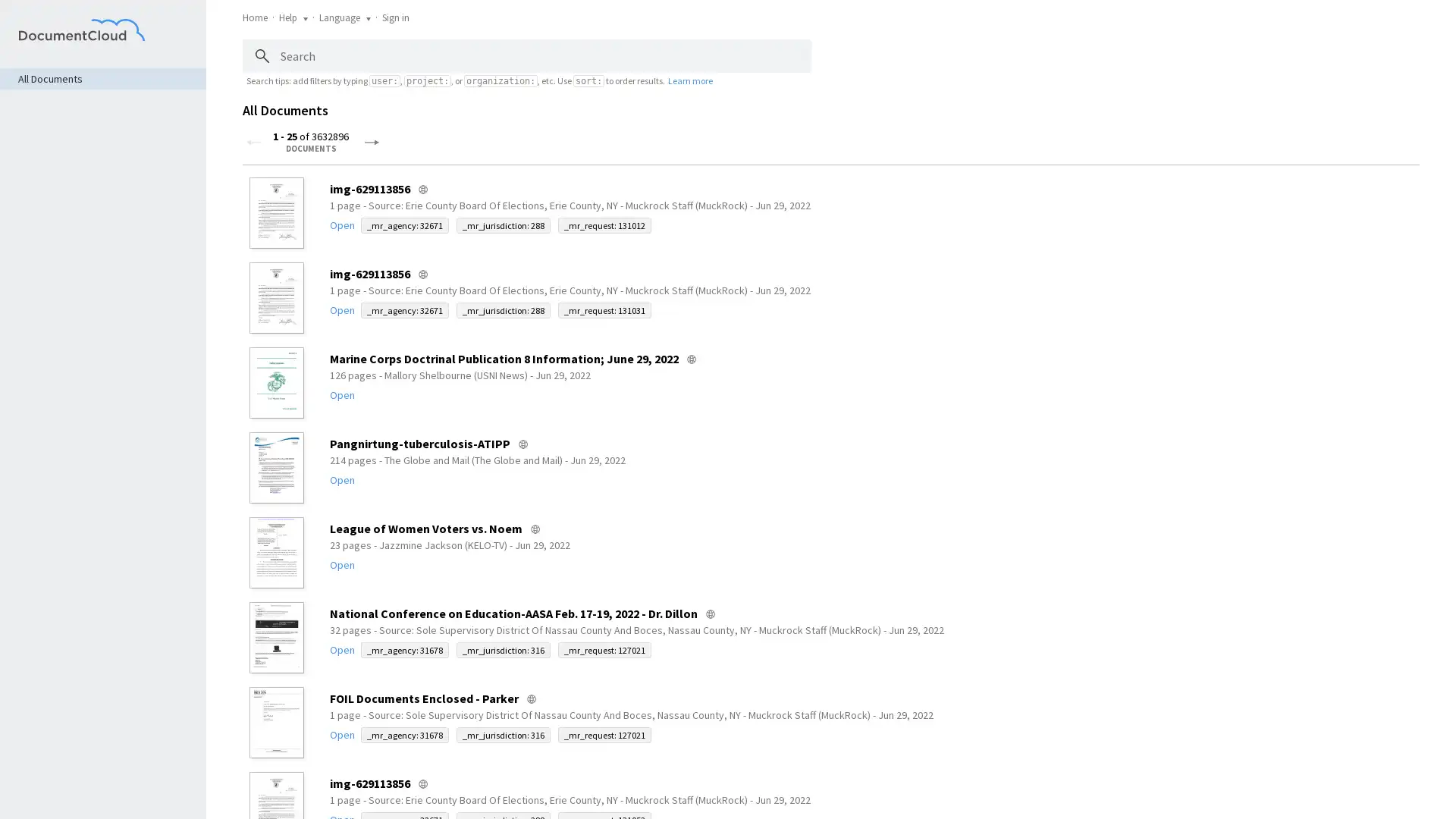 Image resolution: width=1456 pixels, height=819 pixels. What do you see at coordinates (604, 224) in the screenshot?
I see `_mr_request: 131012` at bounding box center [604, 224].